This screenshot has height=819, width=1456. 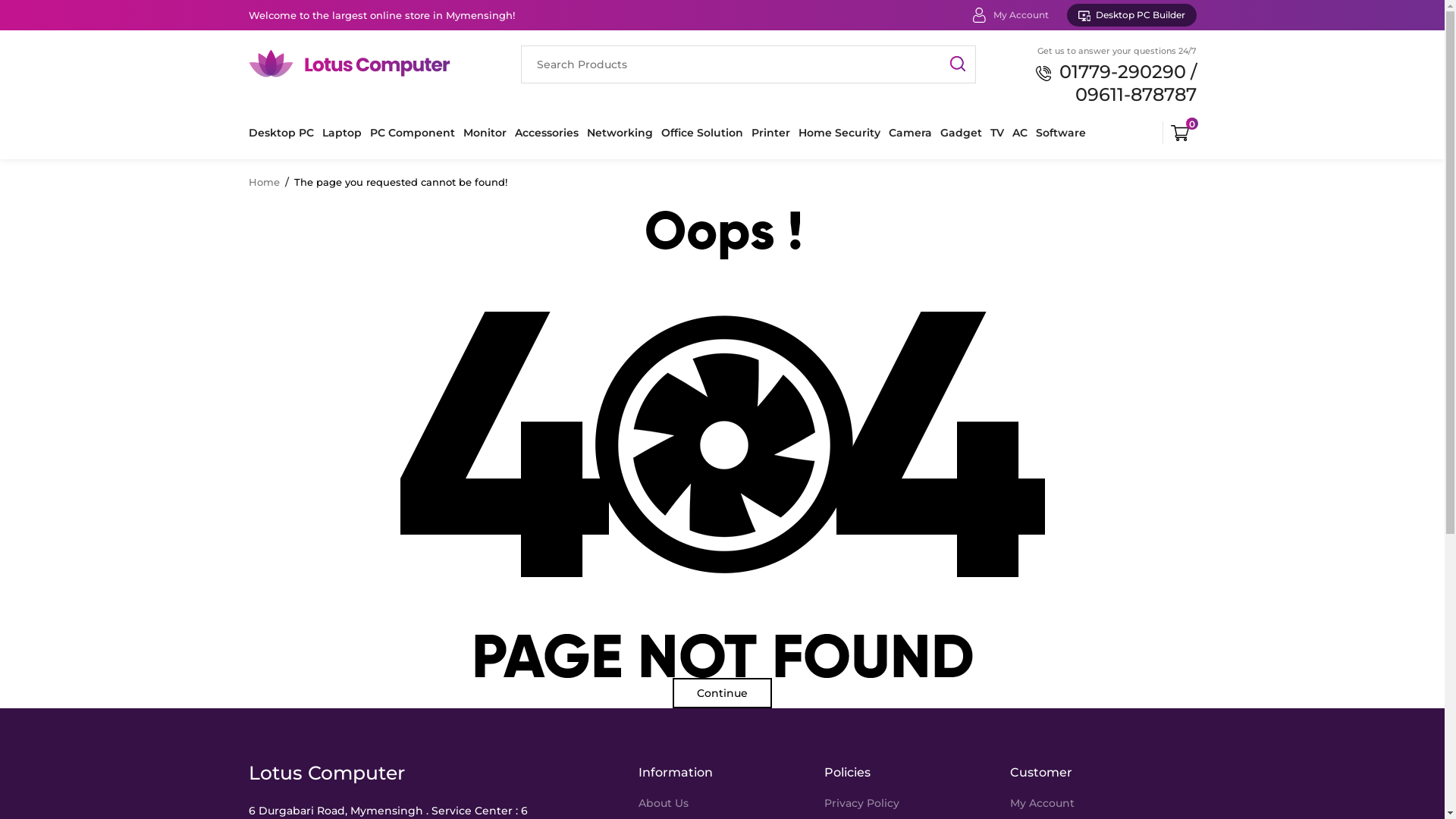 What do you see at coordinates (993, 14) in the screenshot?
I see `'My Account'` at bounding box center [993, 14].